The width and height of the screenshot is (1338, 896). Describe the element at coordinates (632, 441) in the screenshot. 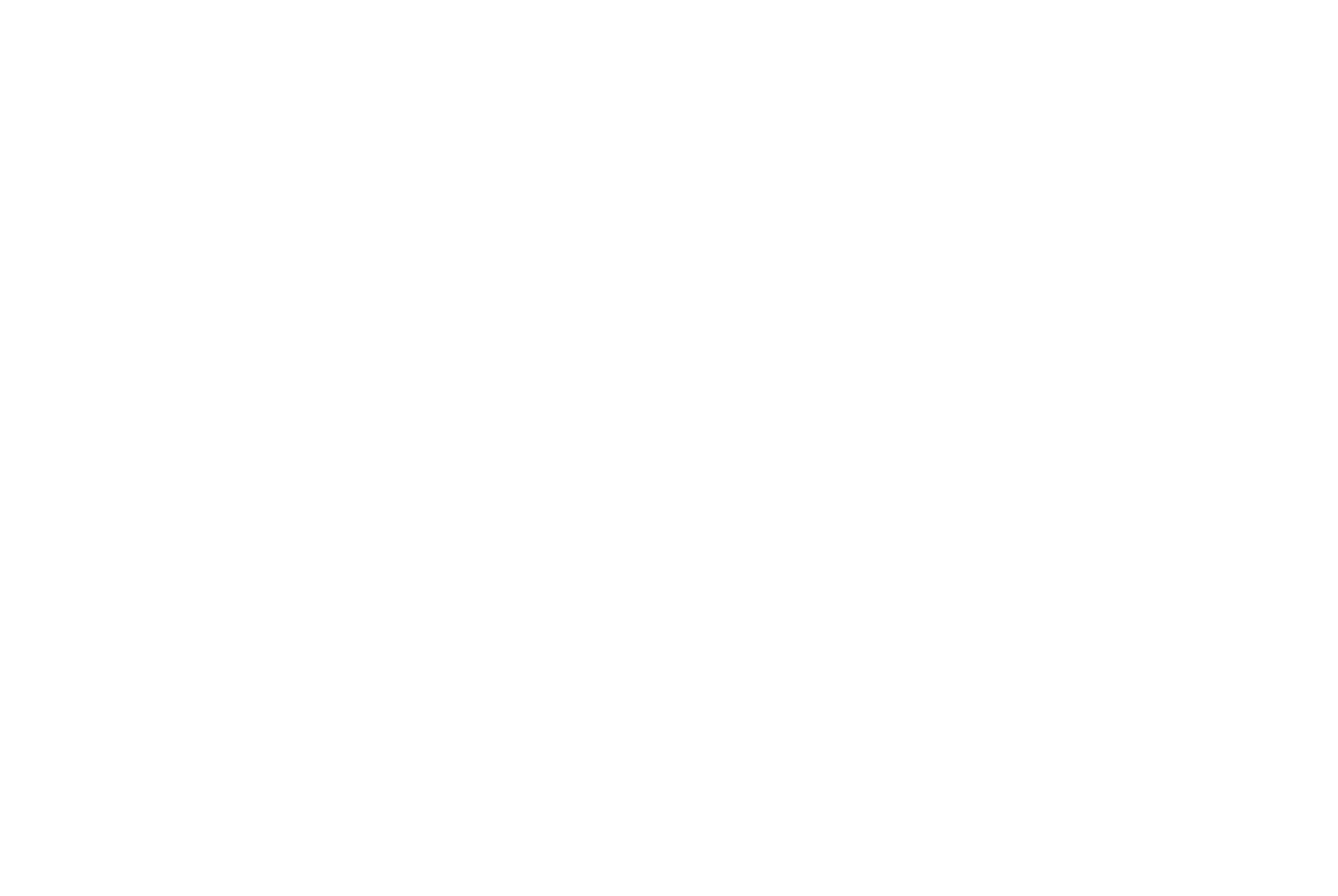

I see `'Recruitment'` at that location.